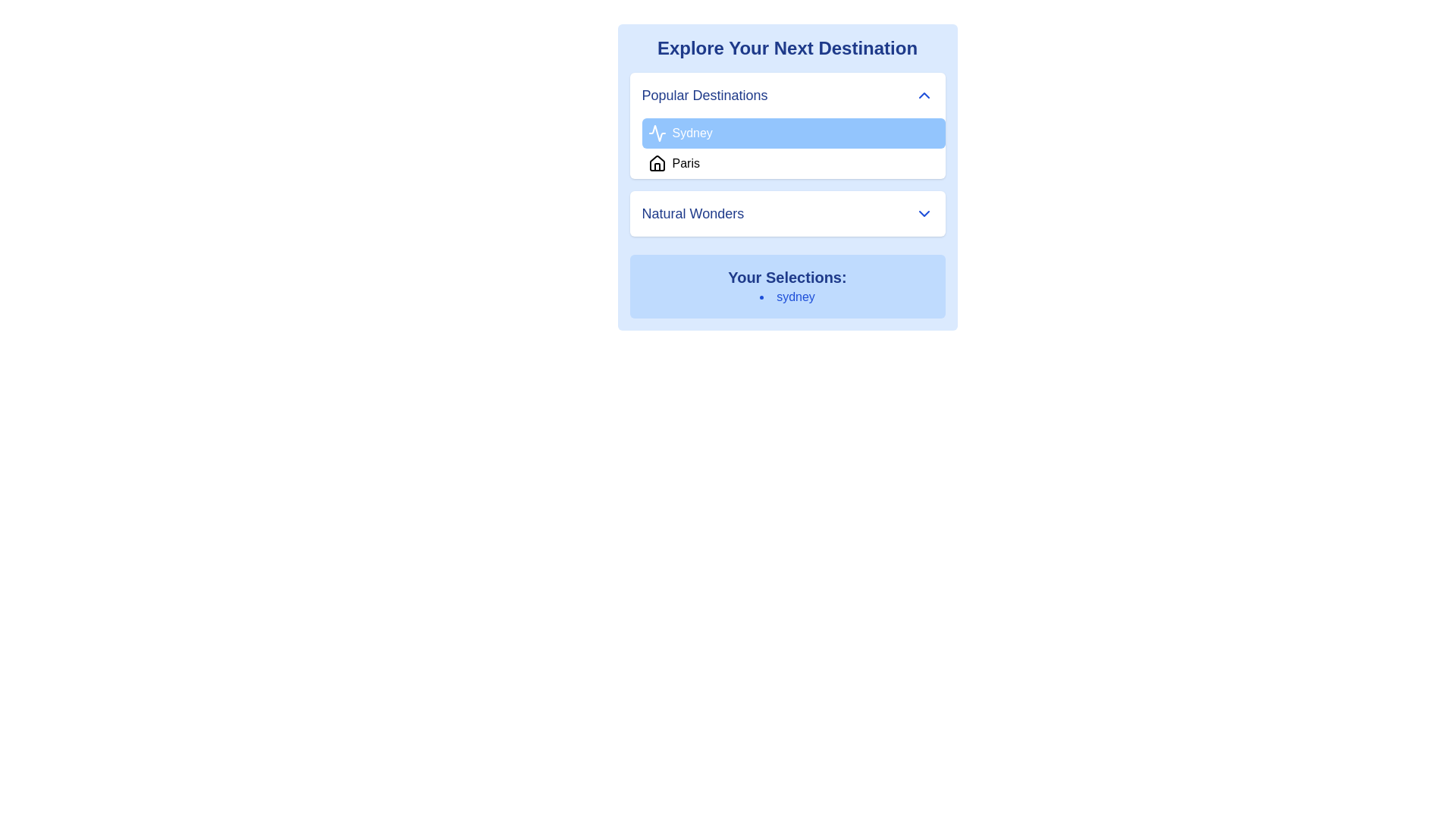  Describe the element at coordinates (692, 213) in the screenshot. I see `the text label displaying 'Natural Wonders', which is bold and blue, located underneath the 'Popular Destinations' dropdown` at that location.